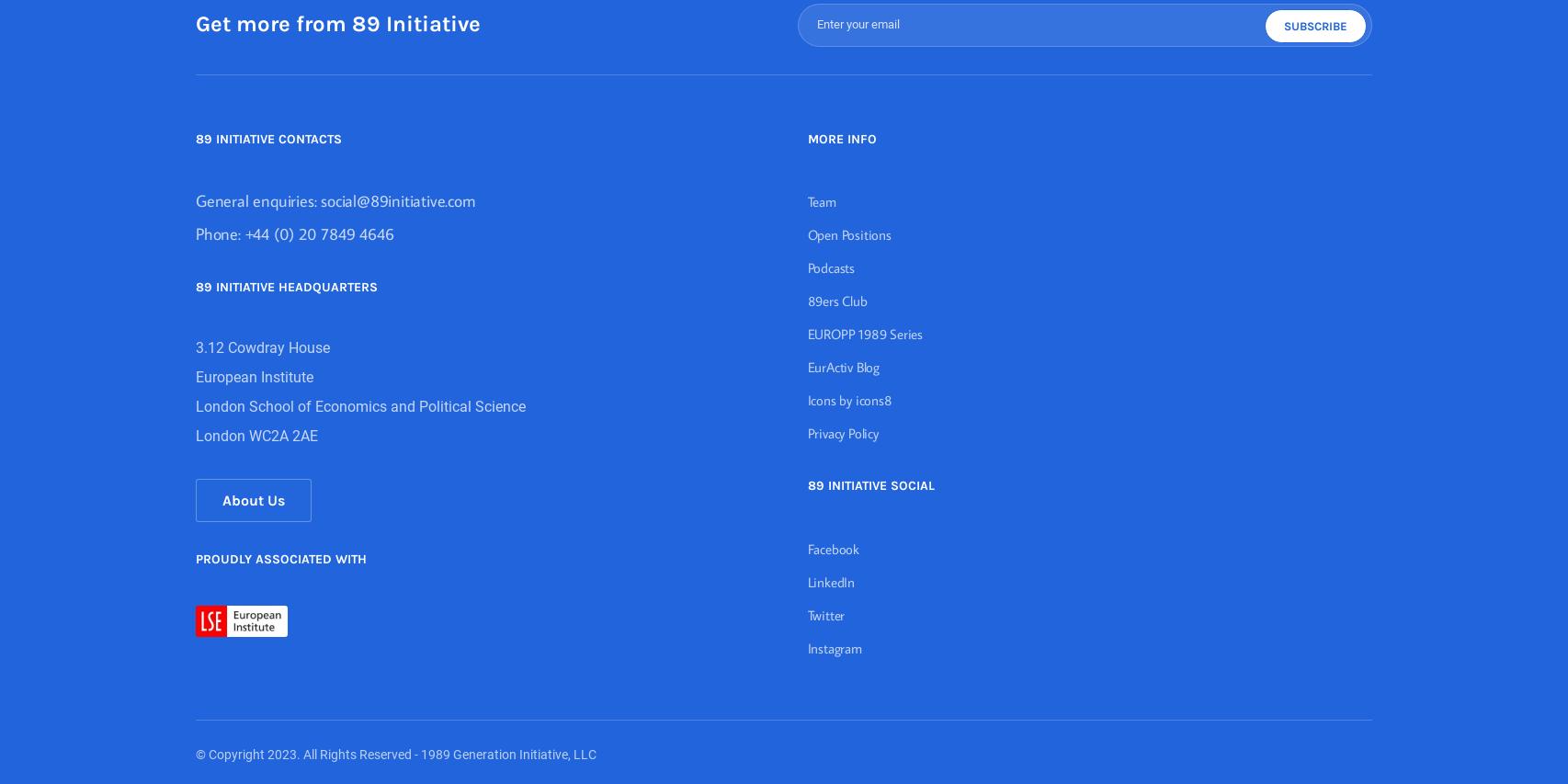  Describe the element at coordinates (196, 376) in the screenshot. I see `'European Institute'` at that location.